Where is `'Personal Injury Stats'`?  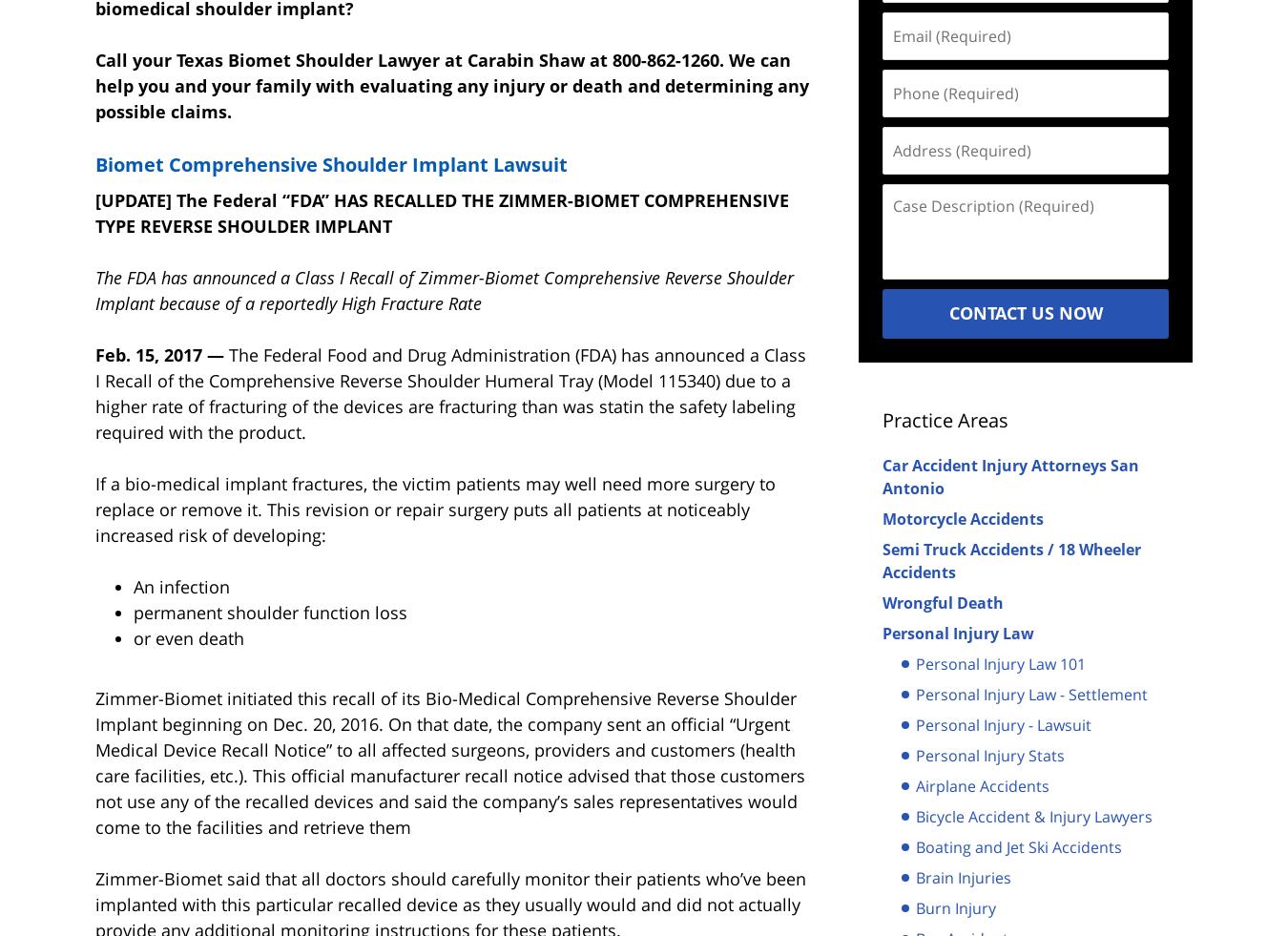
'Personal Injury Stats' is located at coordinates (990, 754).